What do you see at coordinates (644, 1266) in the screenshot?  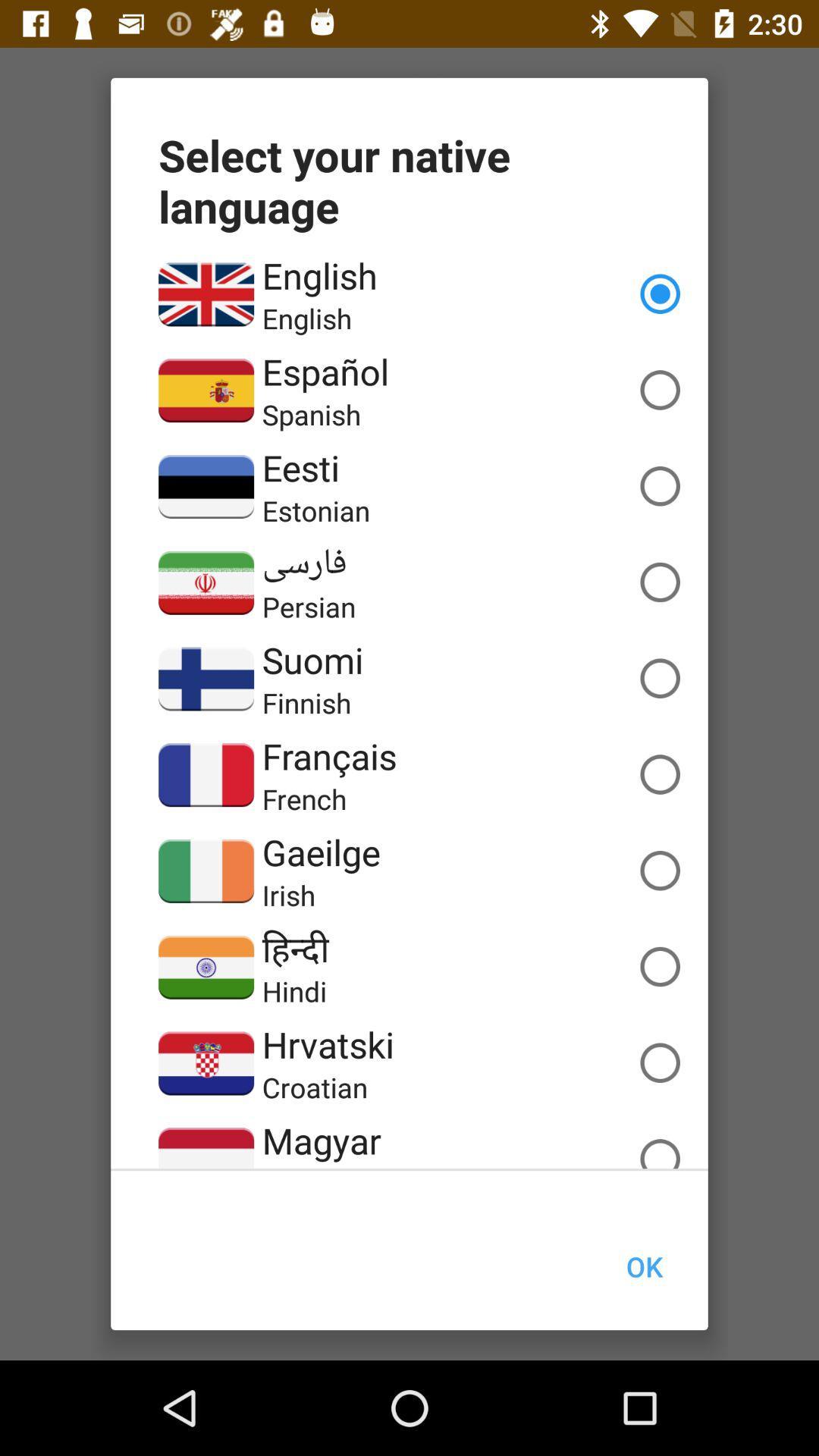 I see `ok icon` at bounding box center [644, 1266].